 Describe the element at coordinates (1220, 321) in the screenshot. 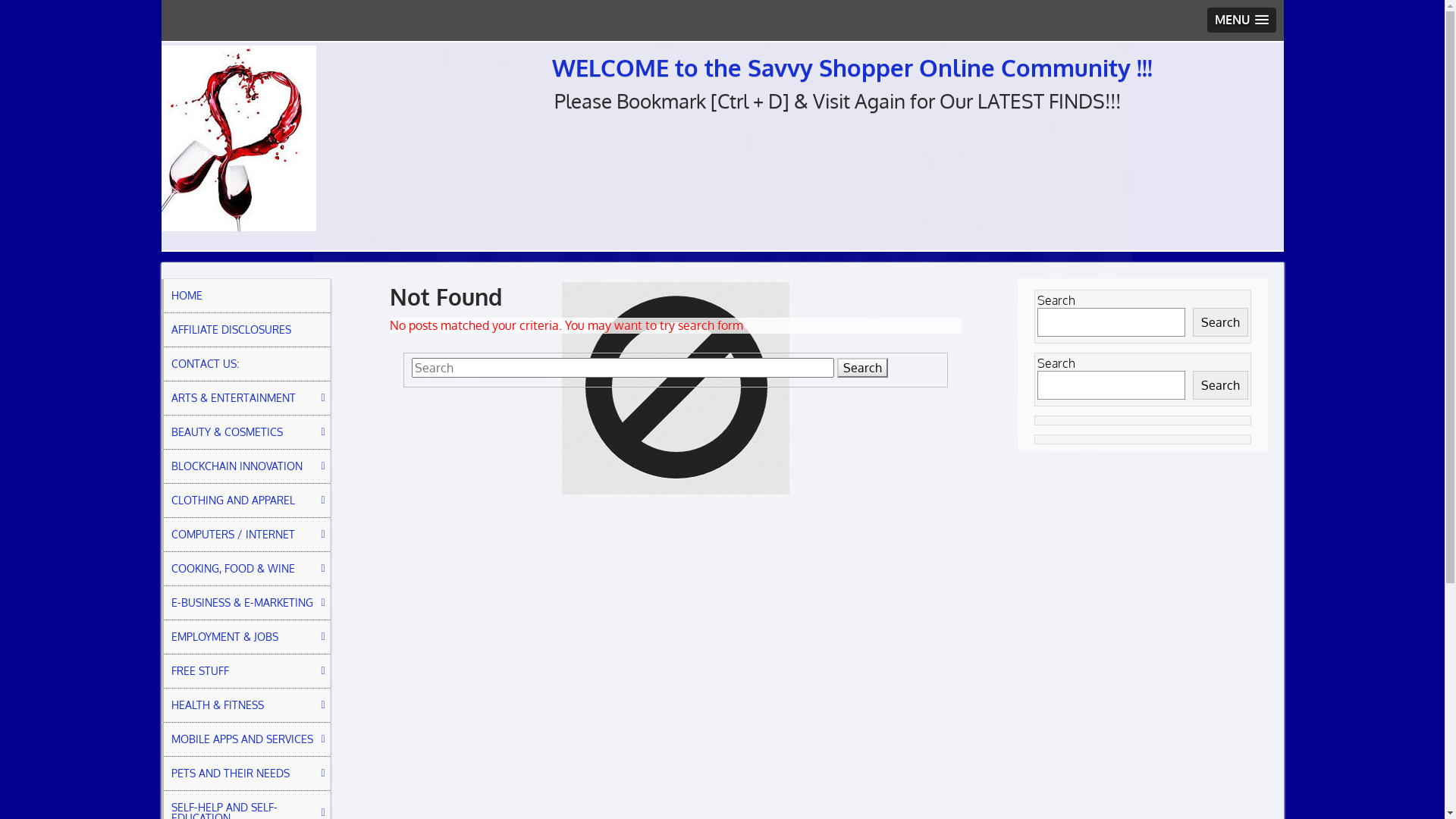

I see `'Search'` at that location.